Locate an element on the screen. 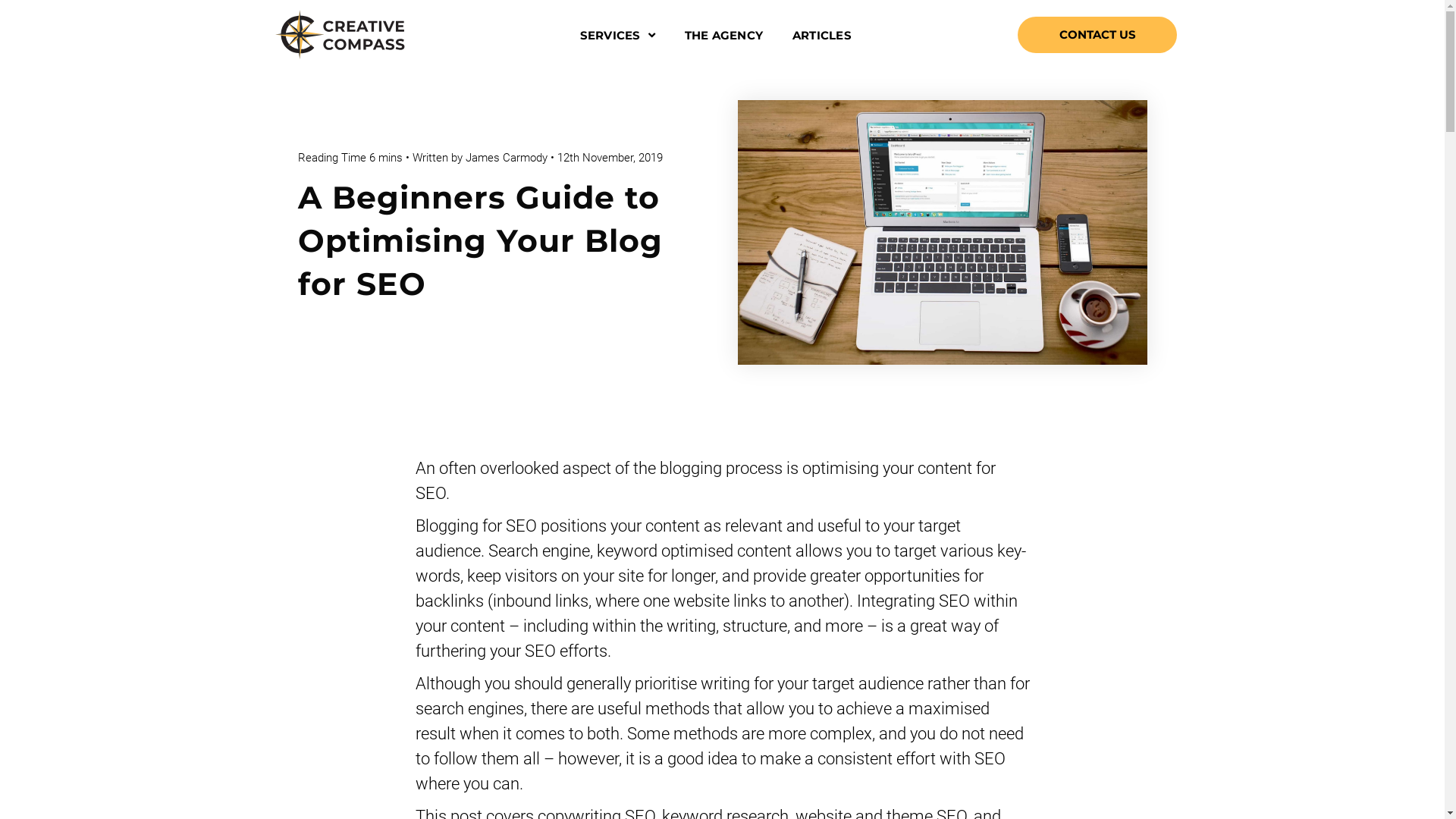 The width and height of the screenshot is (1456, 819). 'ARTICLES' is located at coordinates (821, 34).